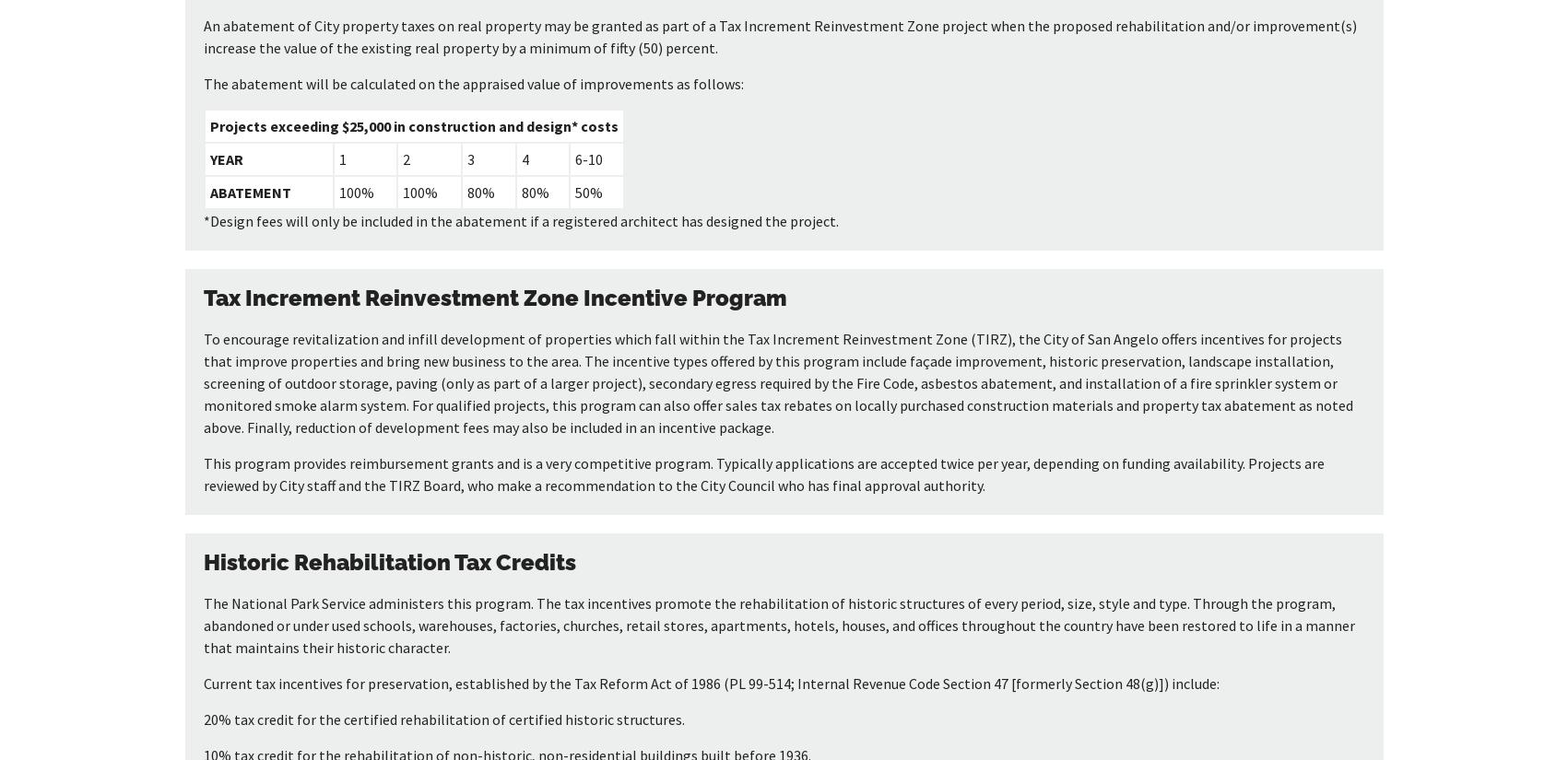 The width and height of the screenshot is (1568, 760). Describe the element at coordinates (777, 382) in the screenshot. I see `'To encourage revitalization and infill development of properties which fall within the Tax
Increment Reinvestment Zone (TIRZ), the City of San Angelo offers incentives for projects that
improve properties and bring new business to the area. The incentive types offered by this
program include façade improvement, historic preservation, landscape installation, screening of
outdoor storage, paving (only as part of a larger project), secondary egress required by the Fire
Code, asbestos abatement, and installation of a fire sprinkler system or monitored smoke alarm
system. For qualified projects, this program can also offer sales tax rebates on locally purchased
construction materials and property tax abatement as noted above. Finally, reduction of
development fees may also be included in an incentive package.'` at that location.